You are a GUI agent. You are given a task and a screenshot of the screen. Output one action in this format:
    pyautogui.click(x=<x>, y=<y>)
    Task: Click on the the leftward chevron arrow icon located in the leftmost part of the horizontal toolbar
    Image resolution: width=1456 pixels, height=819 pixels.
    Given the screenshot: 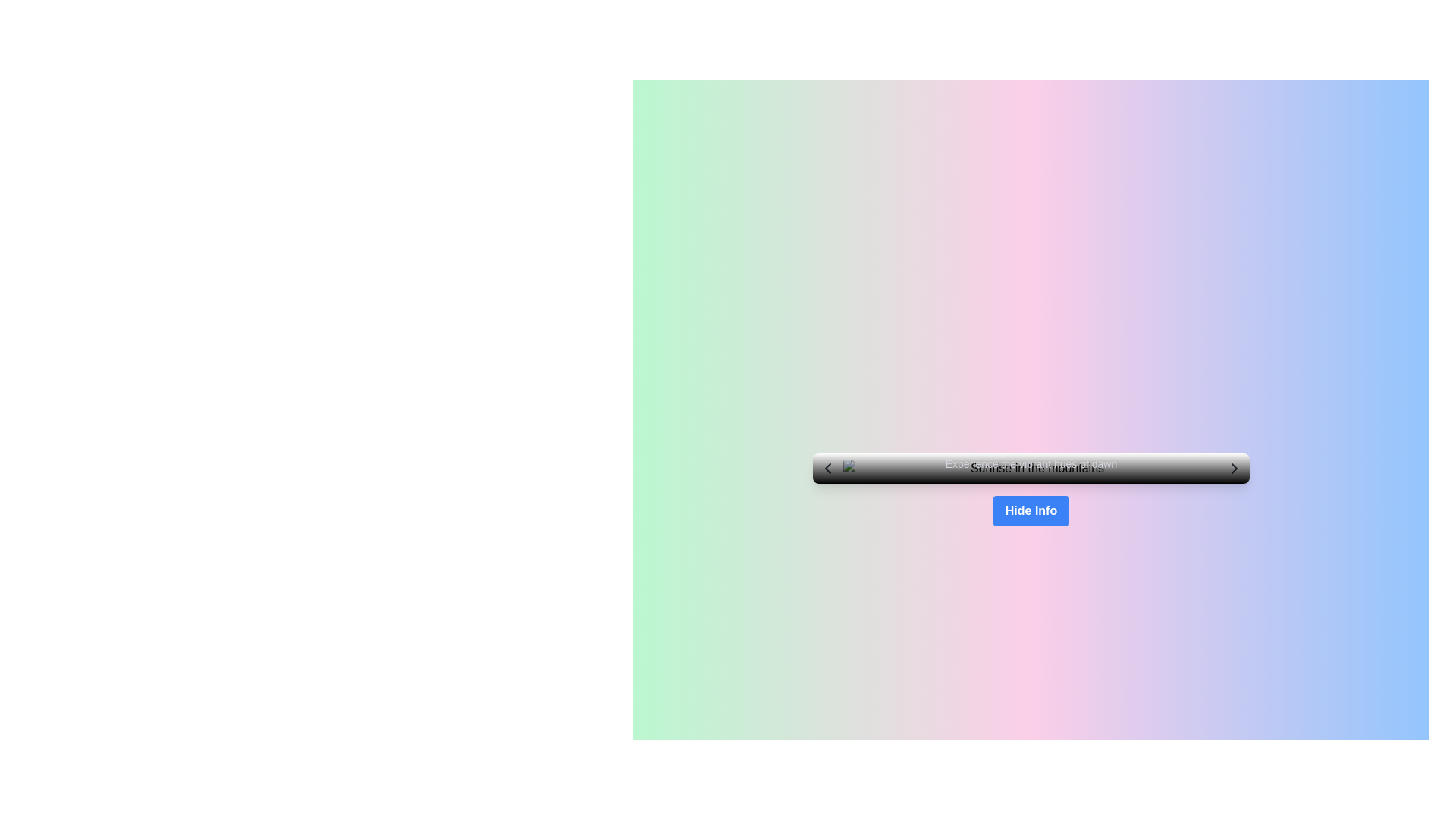 What is the action you would take?
    pyautogui.click(x=827, y=467)
    